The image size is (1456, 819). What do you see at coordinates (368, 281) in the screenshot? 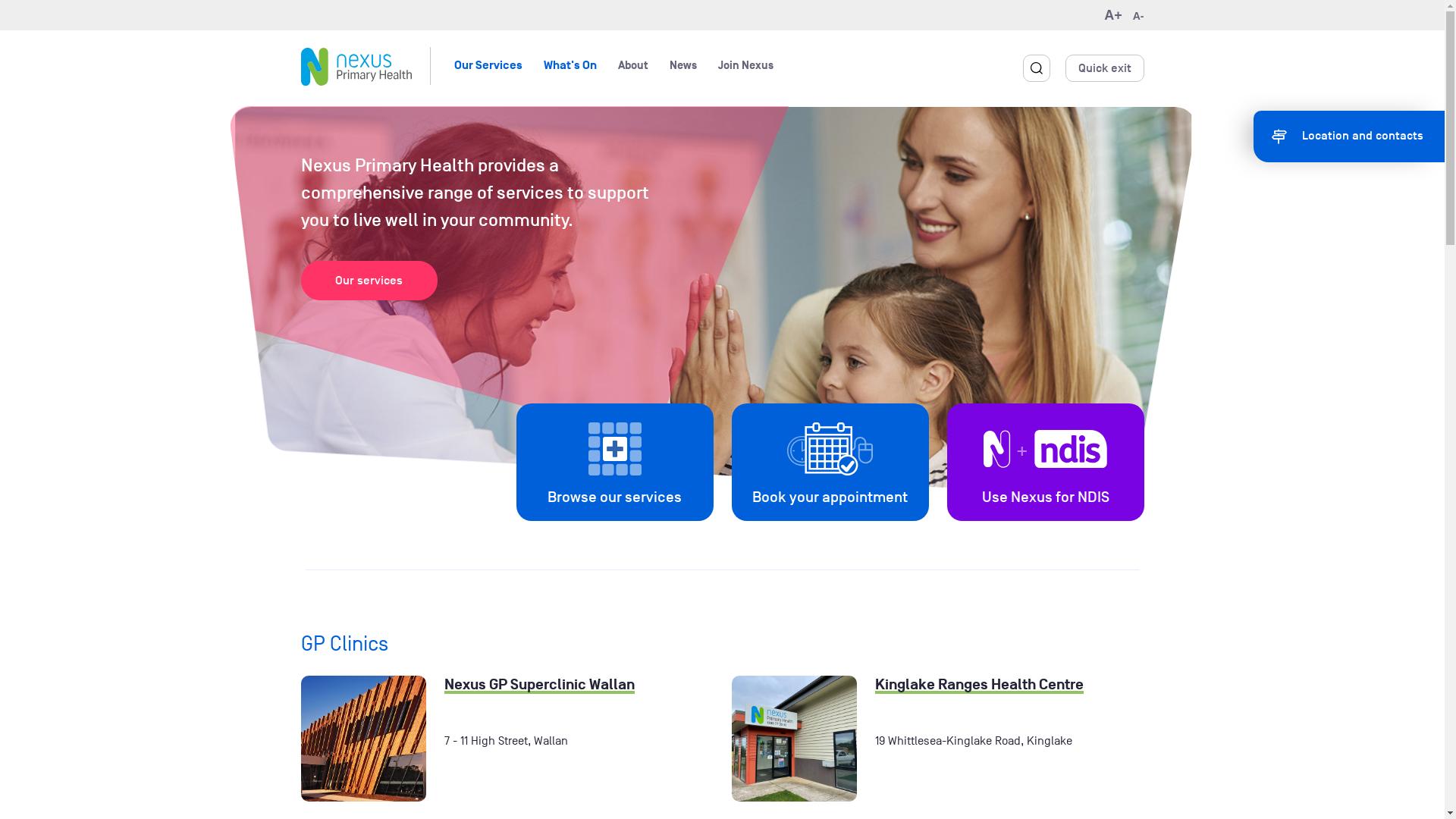
I see `'Our services'` at bounding box center [368, 281].